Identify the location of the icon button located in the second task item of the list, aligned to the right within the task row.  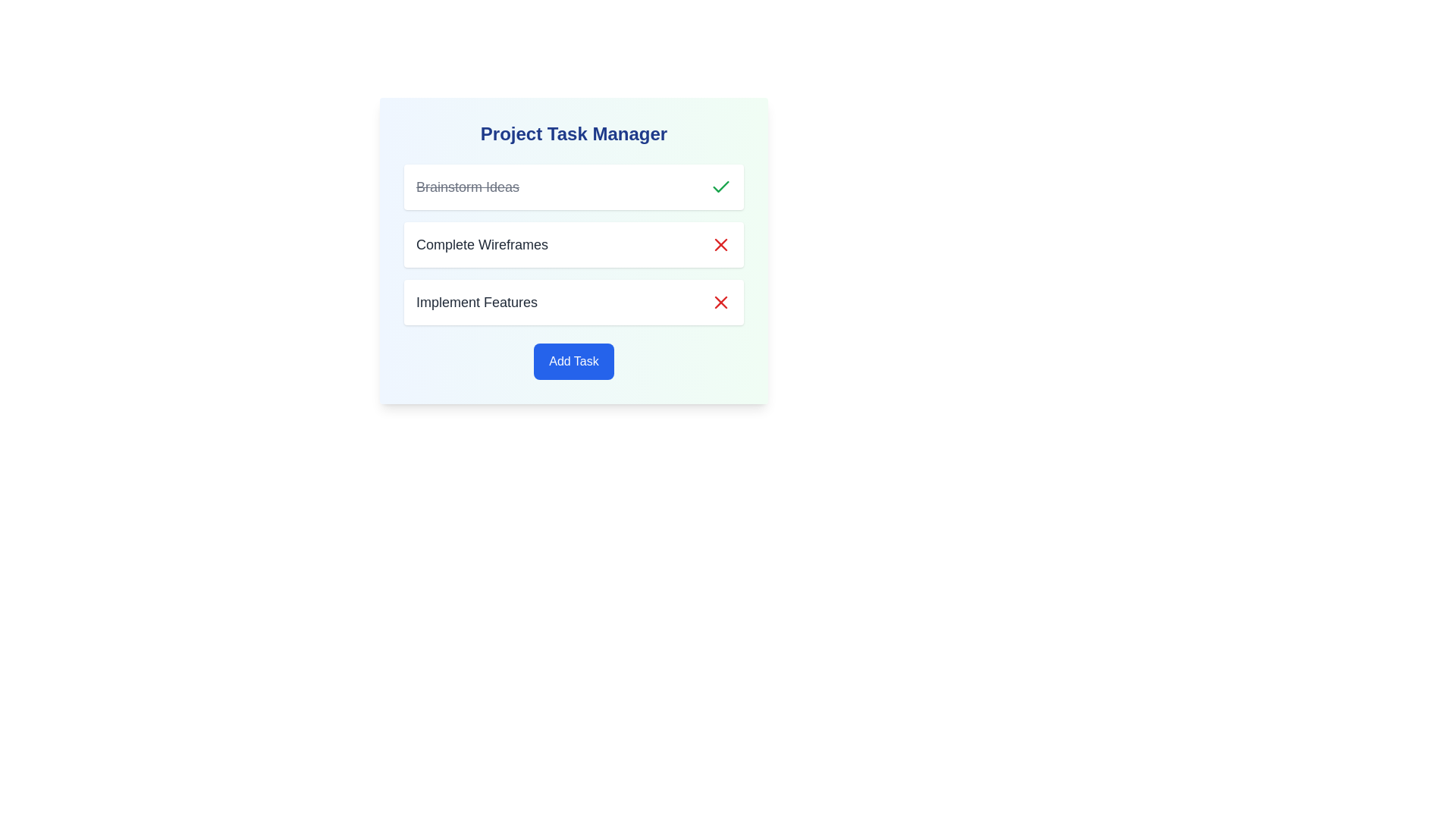
(720, 302).